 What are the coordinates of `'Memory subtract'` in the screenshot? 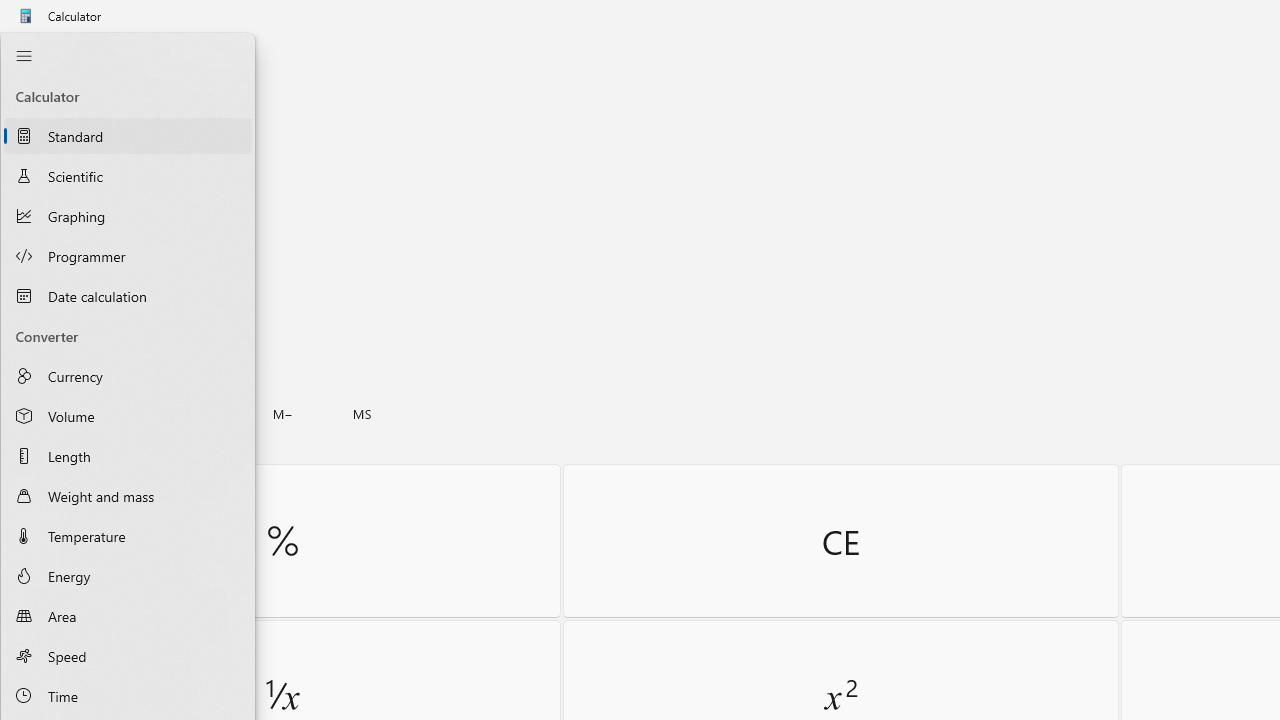 It's located at (282, 413).